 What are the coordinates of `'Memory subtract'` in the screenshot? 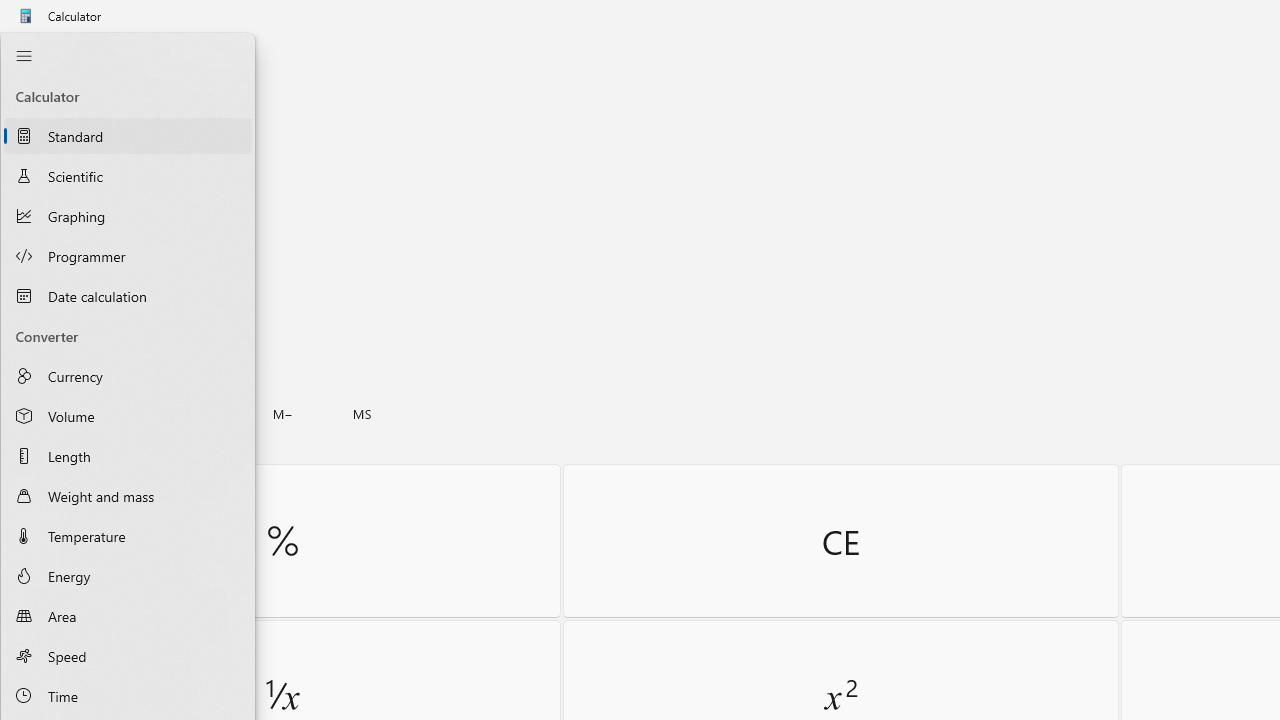 It's located at (282, 413).